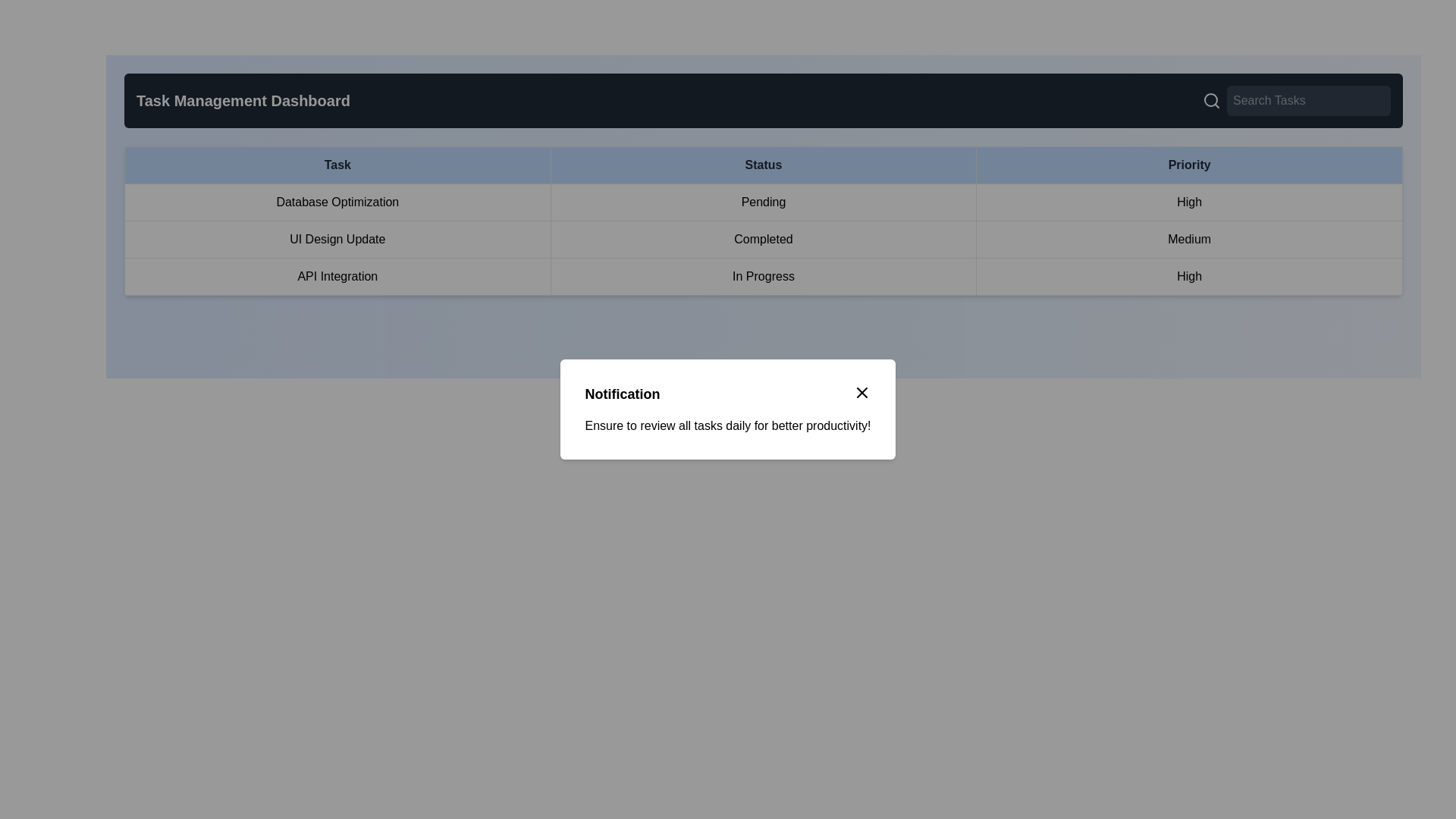 This screenshot has width=1456, height=819. What do you see at coordinates (764, 277) in the screenshot?
I see `the 'In Progress' table cell` at bounding box center [764, 277].